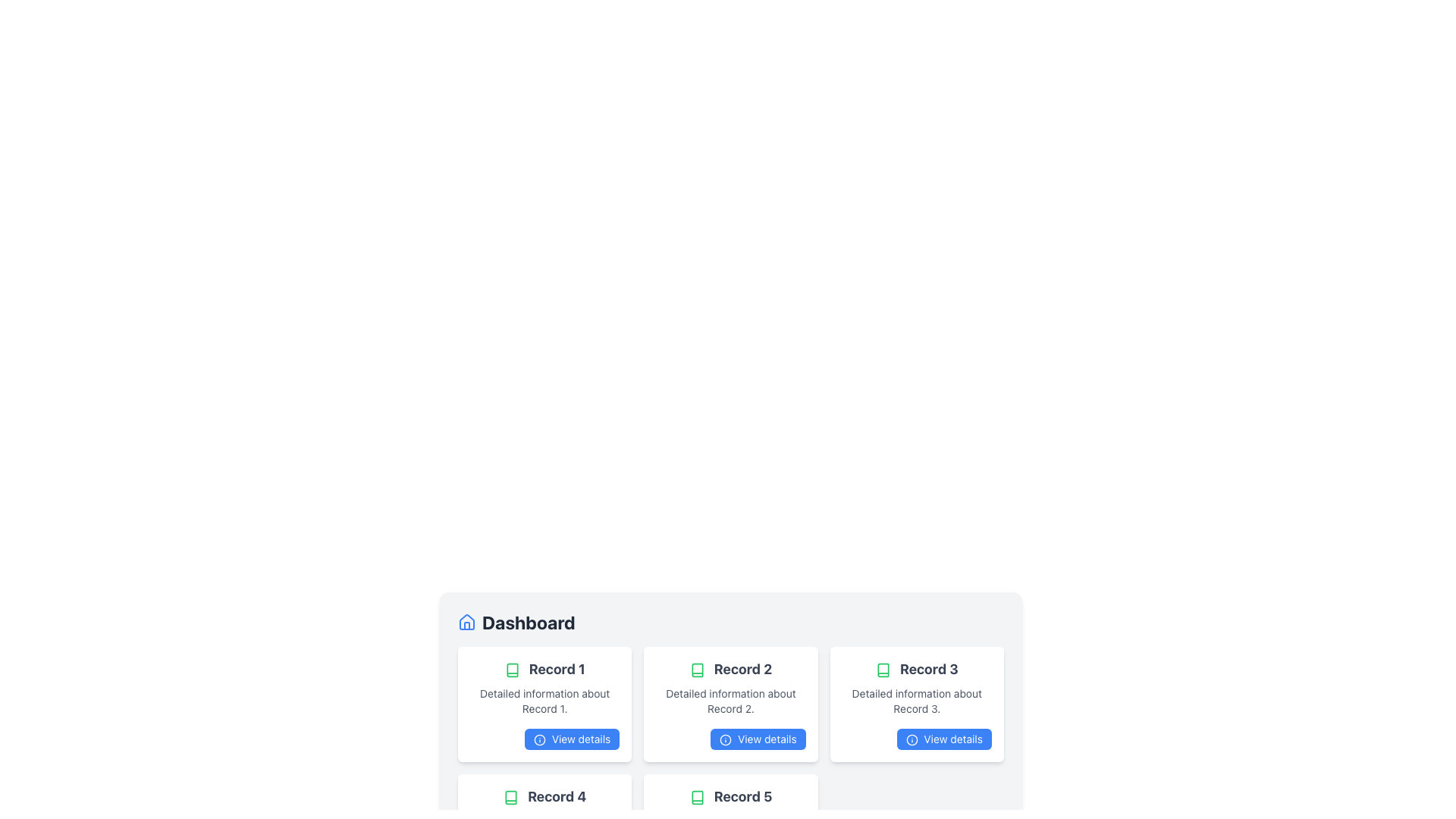 Image resolution: width=1456 pixels, height=819 pixels. Describe the element at coordinates (512, 670) in the screenshot. I see `the book icon located in the top card titled 'Record 1', positioned towards the left edge of the card, directly above the title text` at that location.